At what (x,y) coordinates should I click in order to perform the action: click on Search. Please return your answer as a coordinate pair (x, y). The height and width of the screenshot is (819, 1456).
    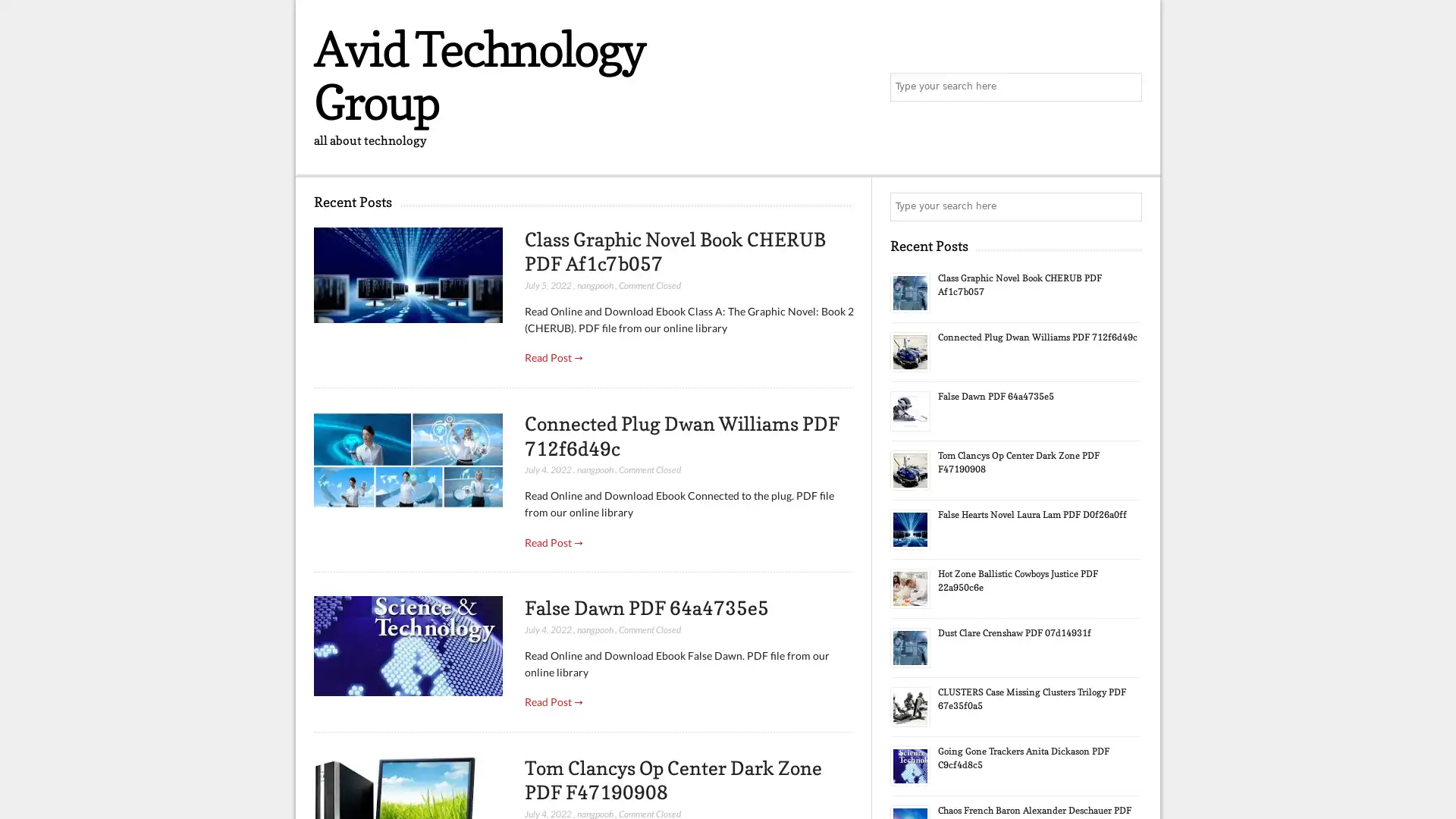
    Looking at the image, I should click on (1126, 207).